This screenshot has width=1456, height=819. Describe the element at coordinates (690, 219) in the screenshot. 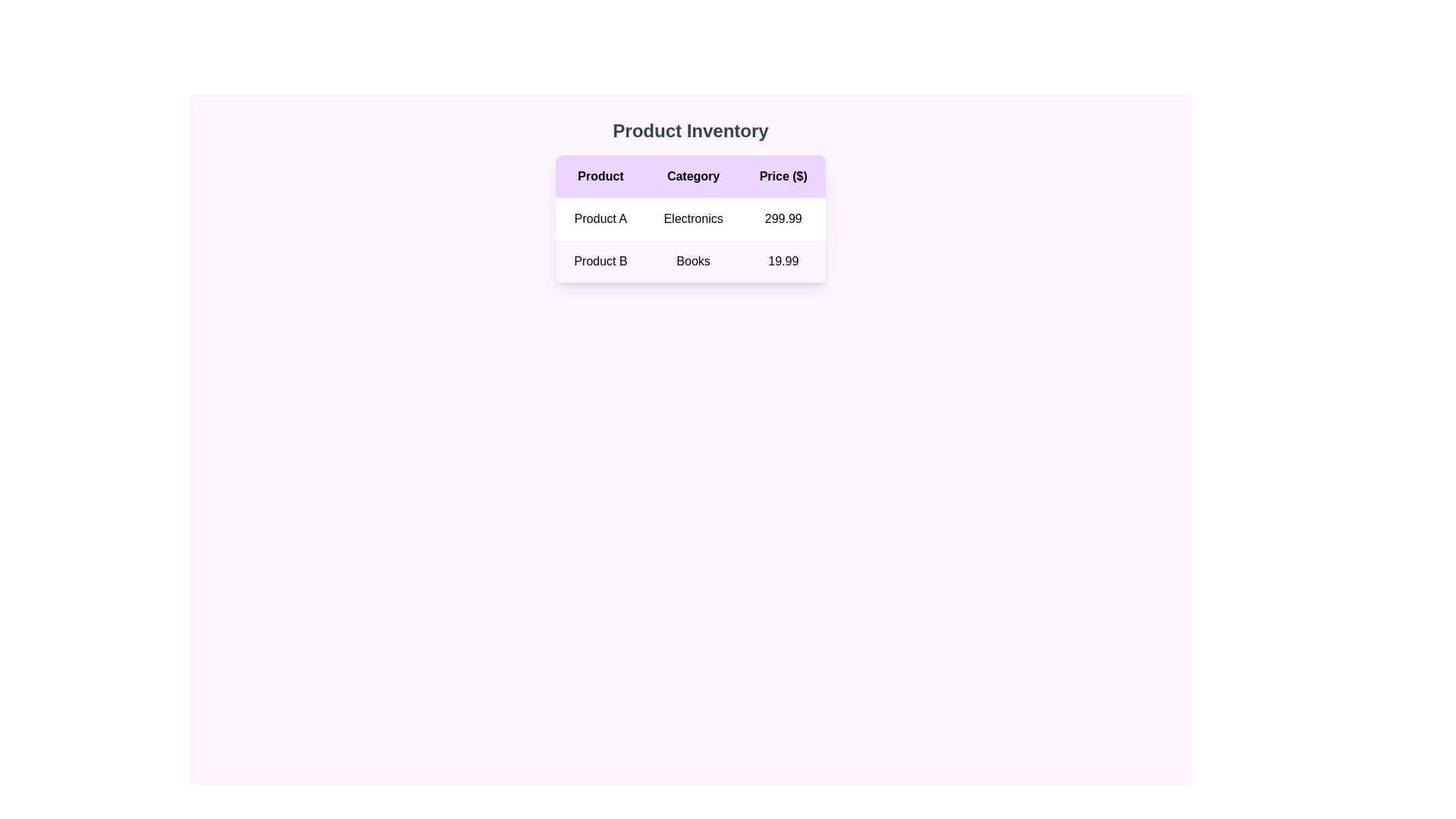

I see `the product table element displaying 'Product', 'Category', and 'Price ($)' with a purple header, located beneath the main title 'Product Inventory'` at that location.